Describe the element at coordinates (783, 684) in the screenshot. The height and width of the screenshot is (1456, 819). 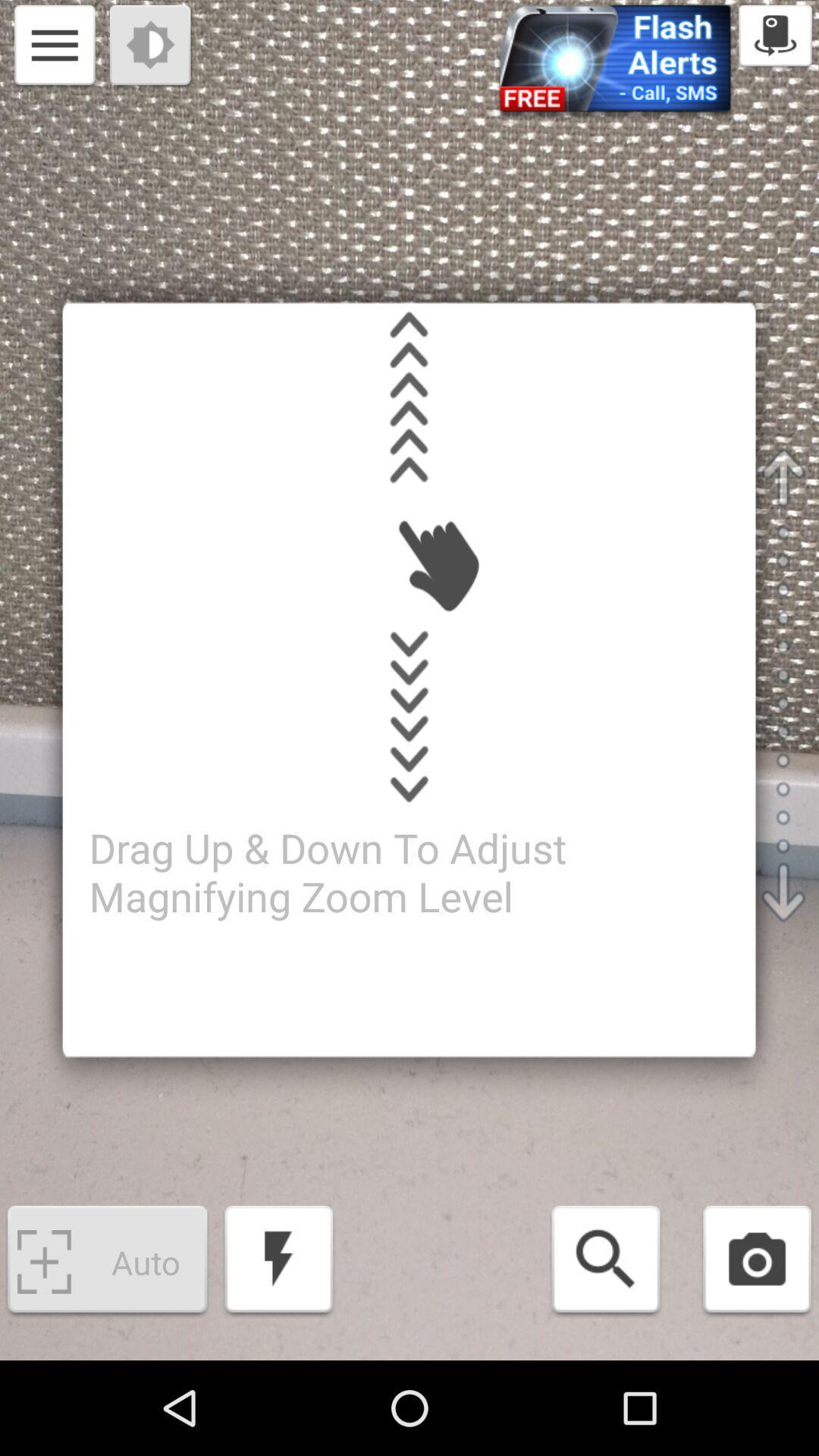
I see `the scroll bar` at that location.